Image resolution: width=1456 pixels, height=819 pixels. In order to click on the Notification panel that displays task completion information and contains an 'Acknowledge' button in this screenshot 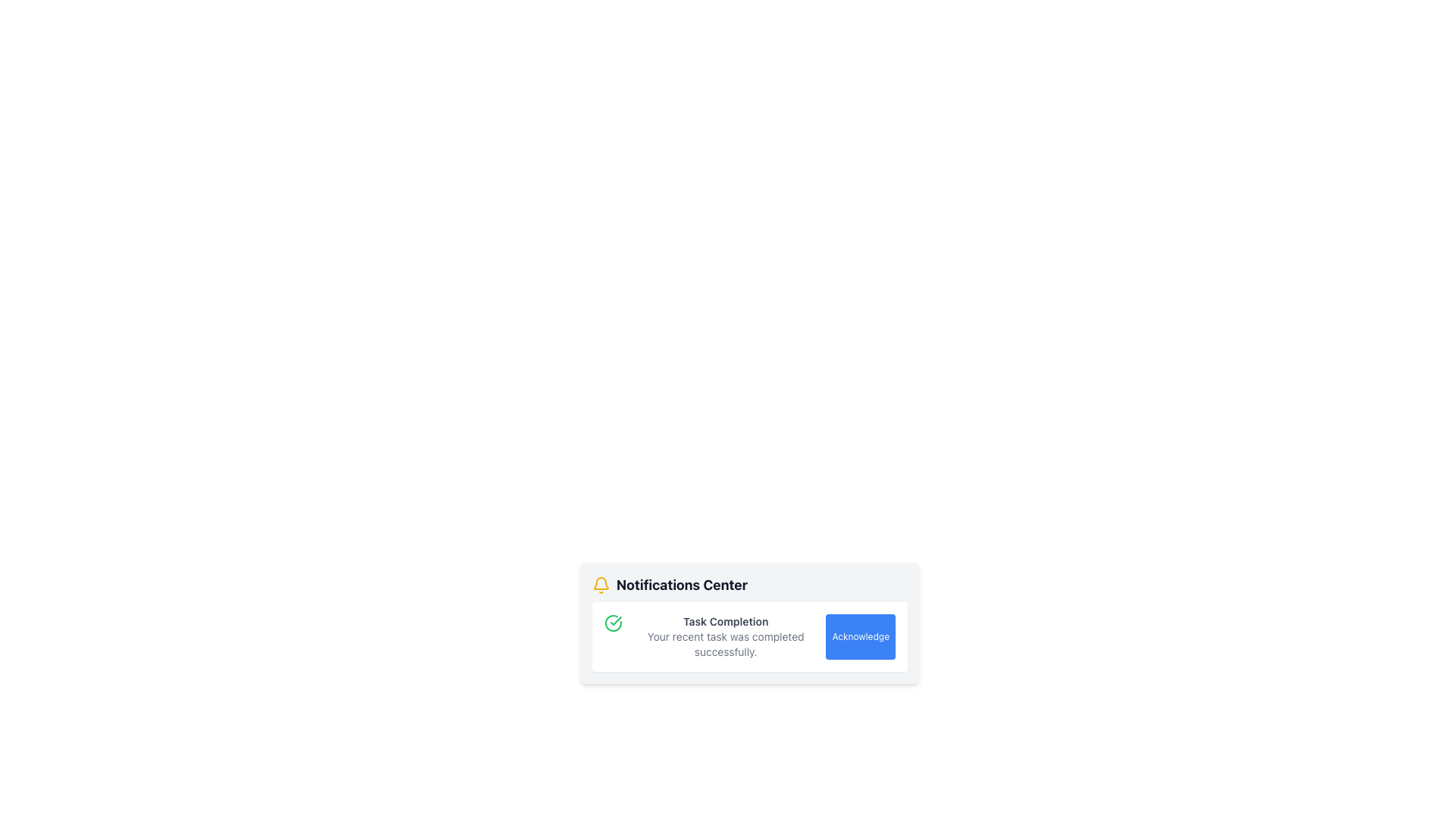, I will do `click(749, 623)`.